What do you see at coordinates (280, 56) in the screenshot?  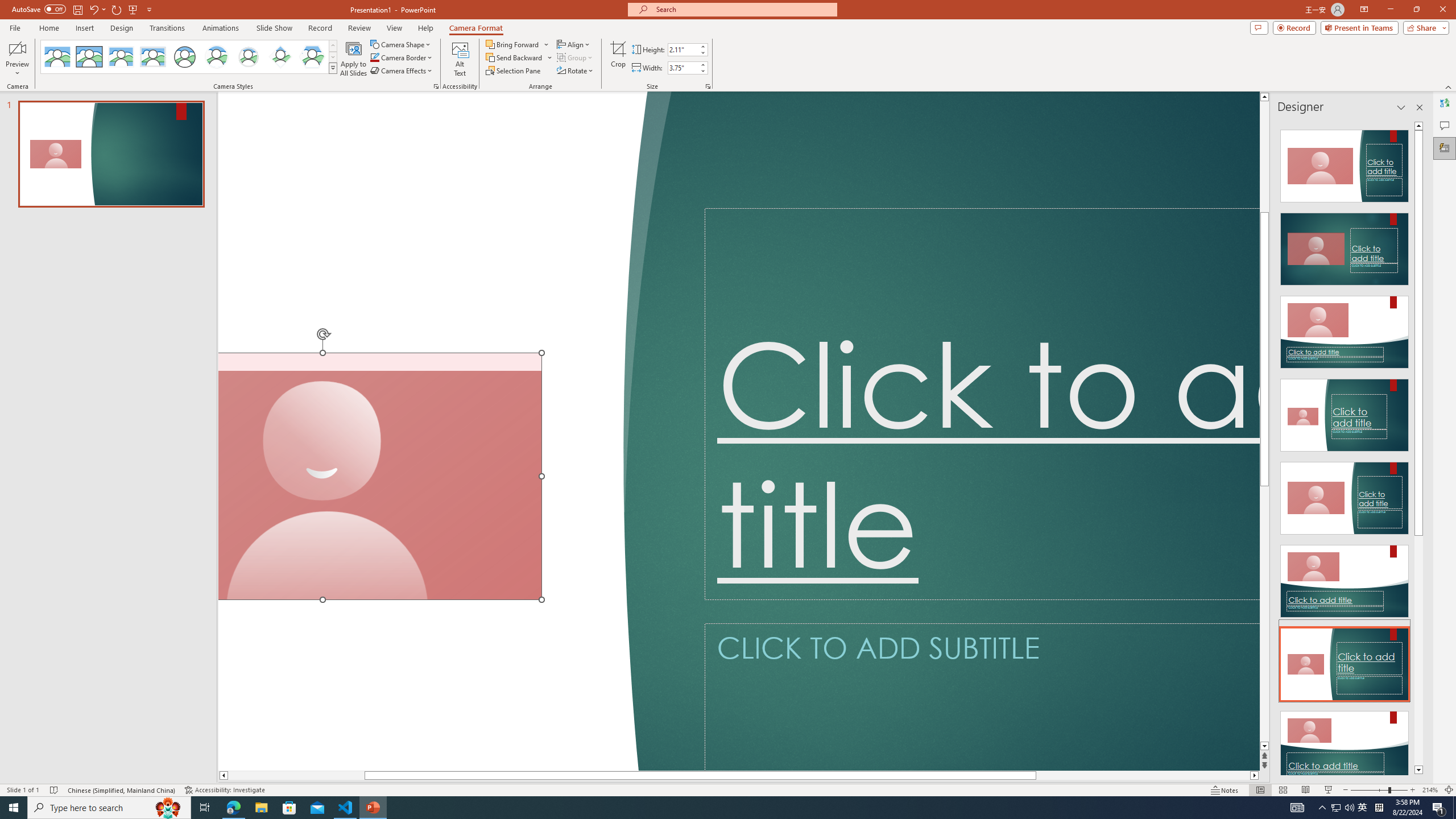 I see `'Center Shadow Diamond'` at bounding box center [280, 56].